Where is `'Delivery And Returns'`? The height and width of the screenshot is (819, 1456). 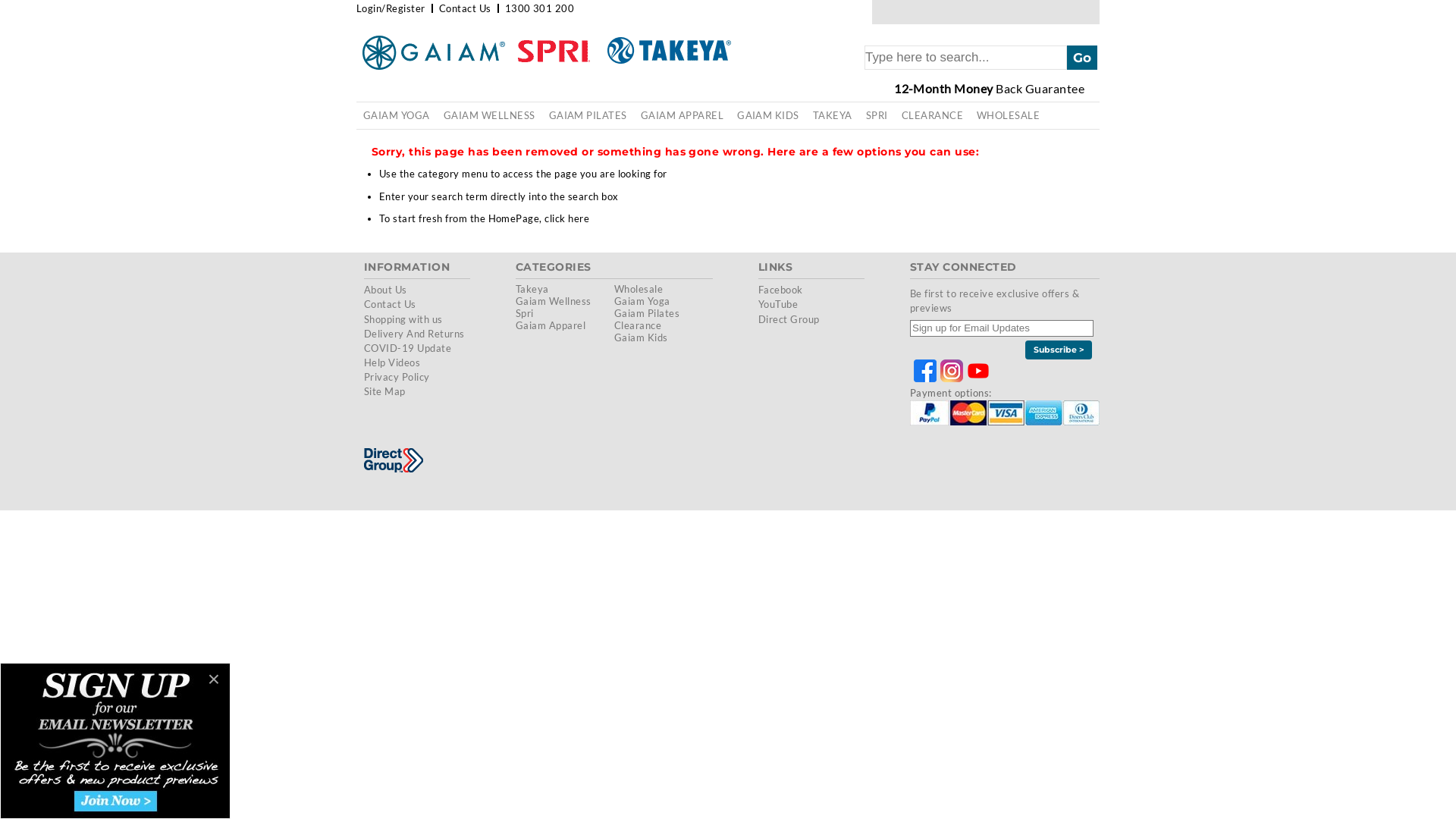
'Delivery And Returns' is located at coordinates (414, 332).